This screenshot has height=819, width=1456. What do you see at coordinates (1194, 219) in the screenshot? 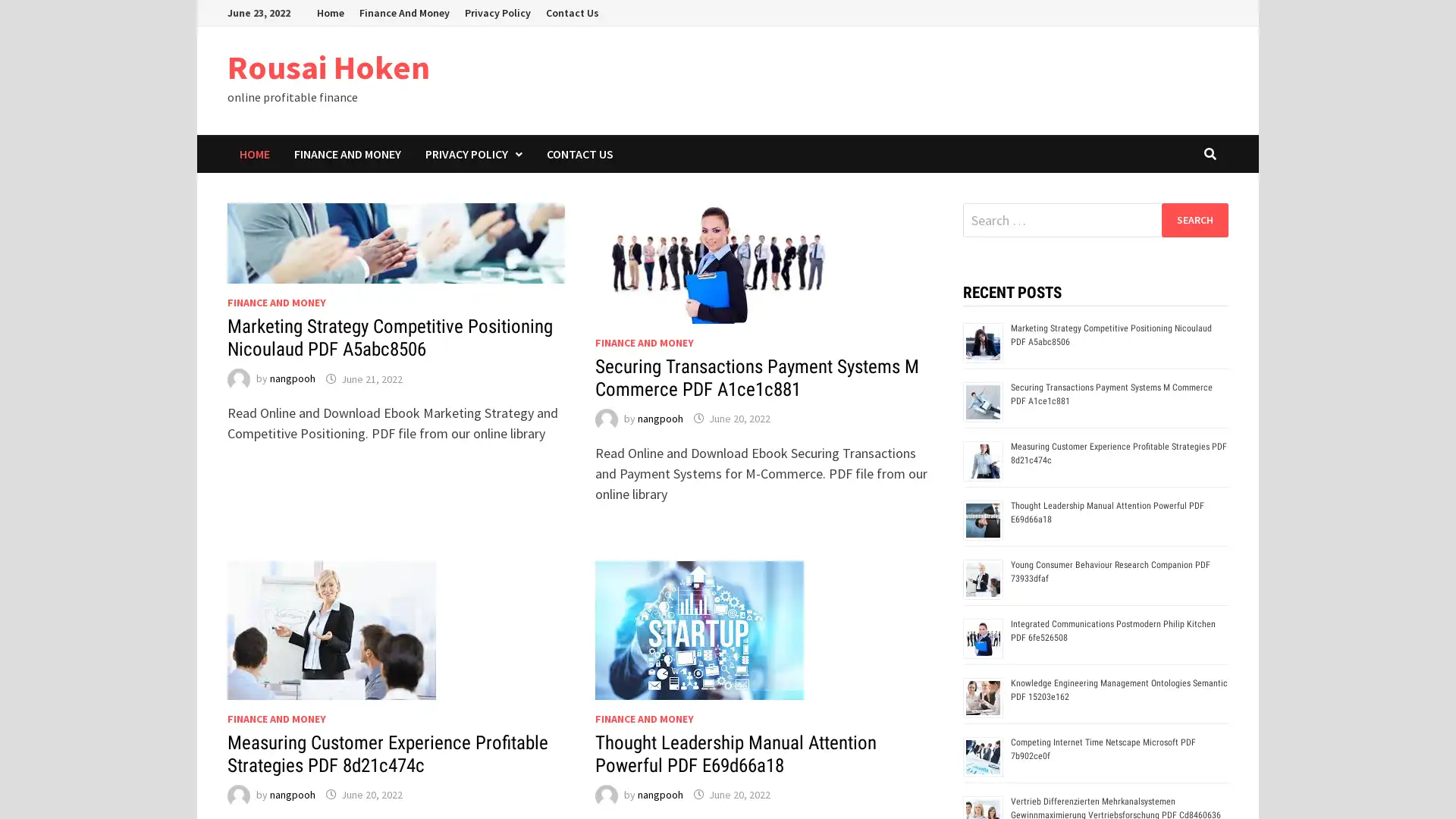
I see `Search` at bounding box center [1194, 219].